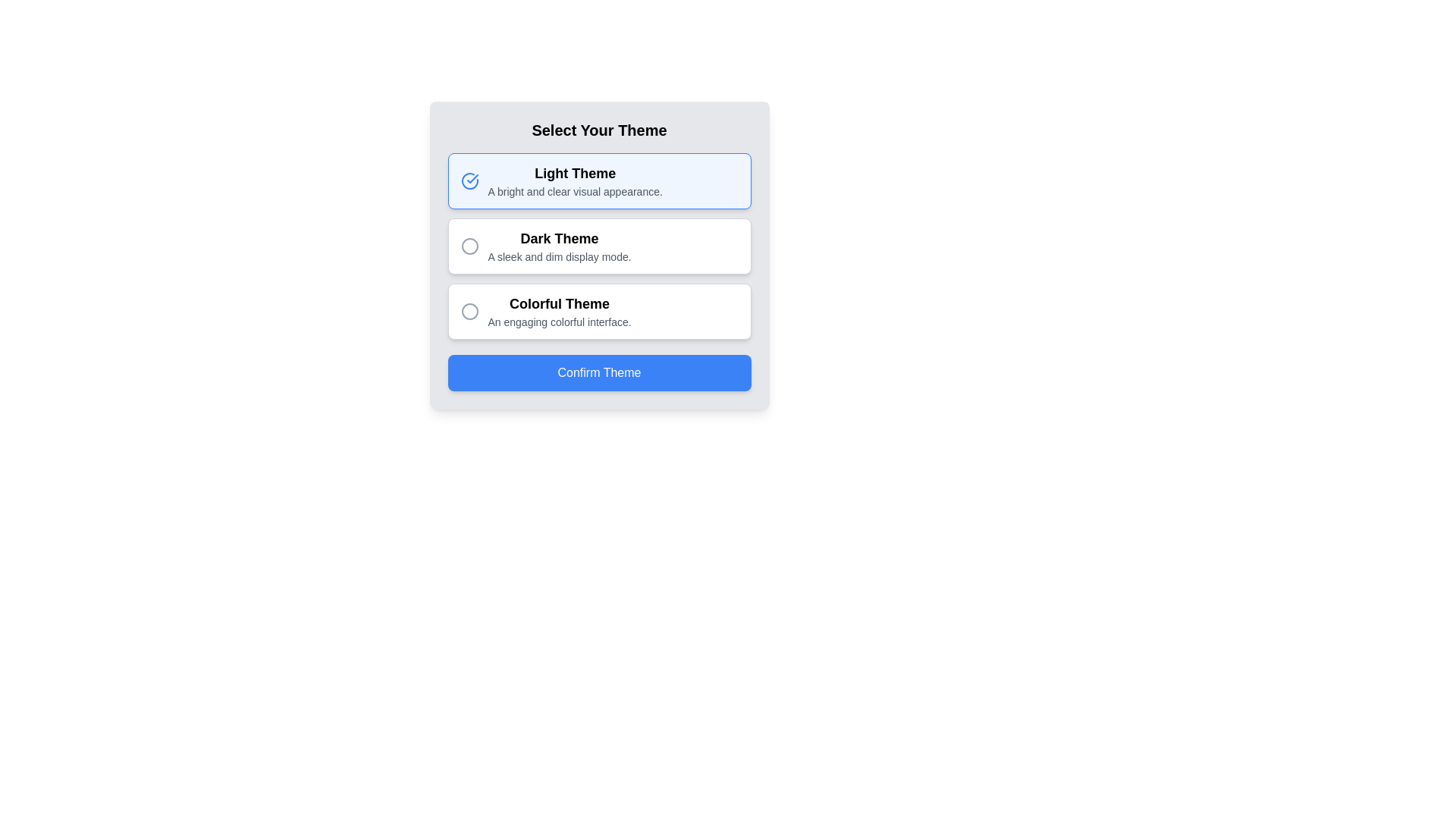  I want to click on the third option in the theme selection list, labeled 'Colorful Theme', to set it as the active choice, so click(598, 311).